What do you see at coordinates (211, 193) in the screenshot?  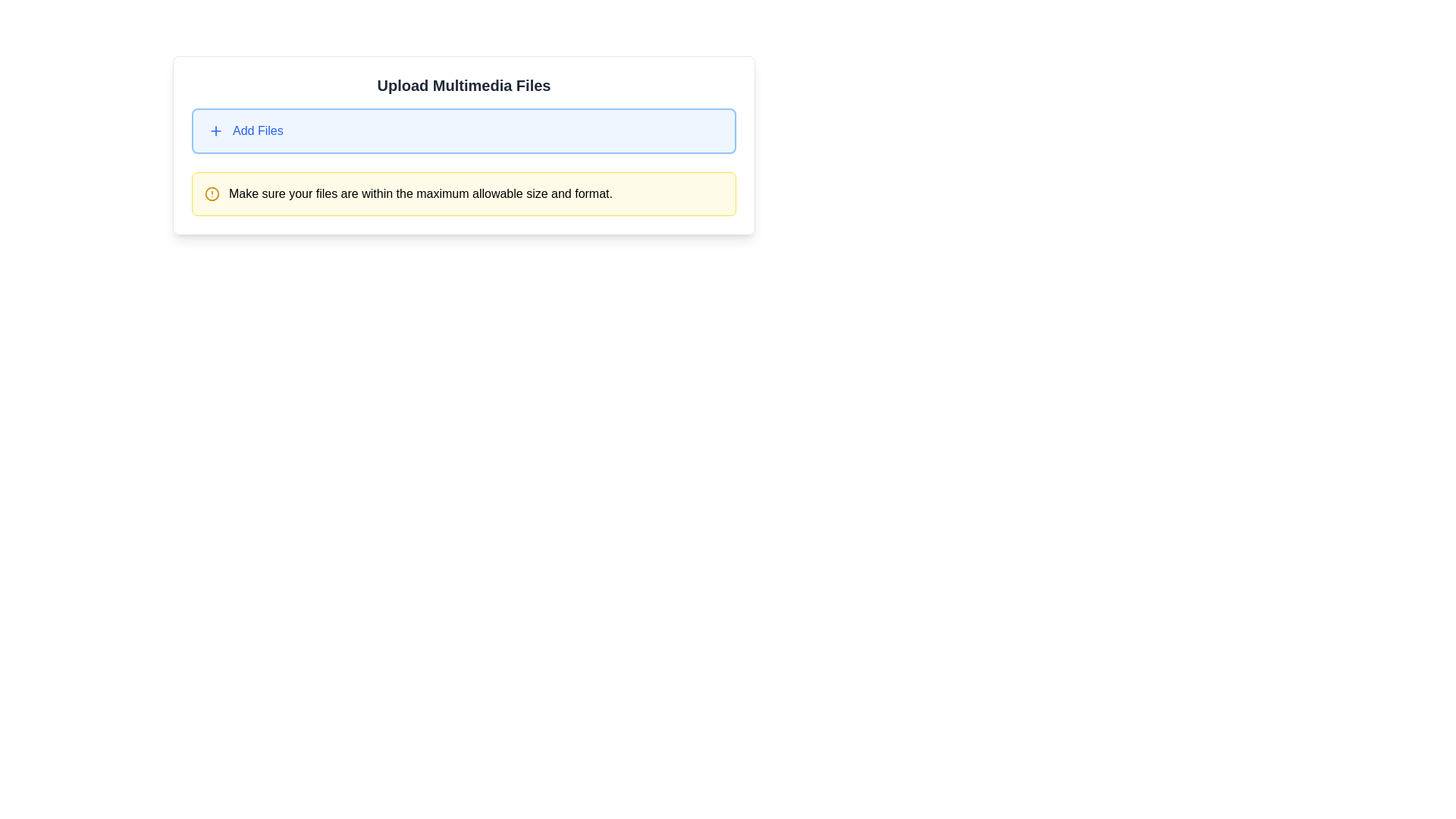 I see `the circular warning icon with a yellow border containing an exclamation mark, located on the leftmost side of the yellow alert box below the 'Add Files' button` at bounding box center [211, 193].